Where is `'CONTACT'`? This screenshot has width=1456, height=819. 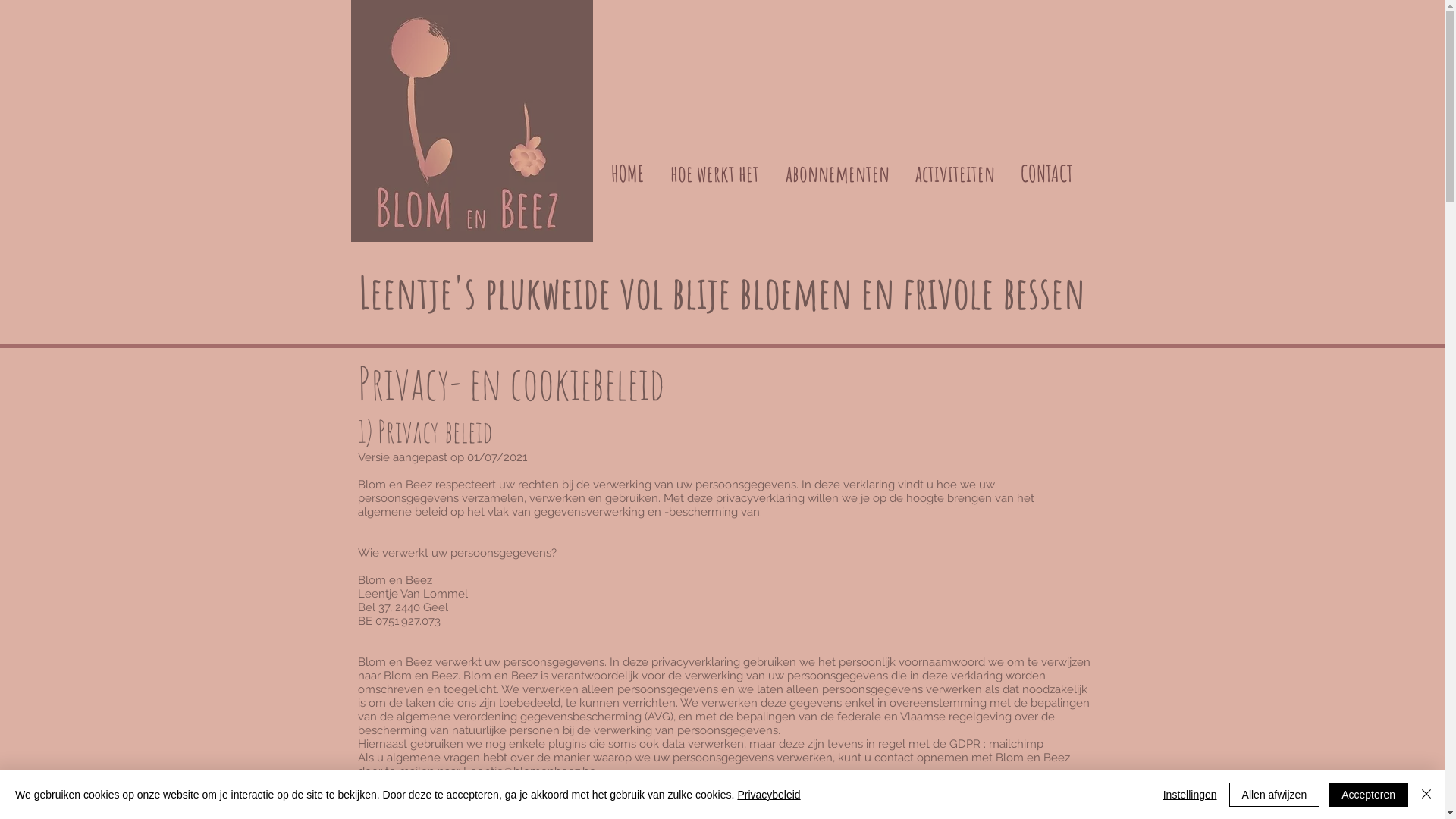
'CONTACT' is located at coordinates (1007, 172).